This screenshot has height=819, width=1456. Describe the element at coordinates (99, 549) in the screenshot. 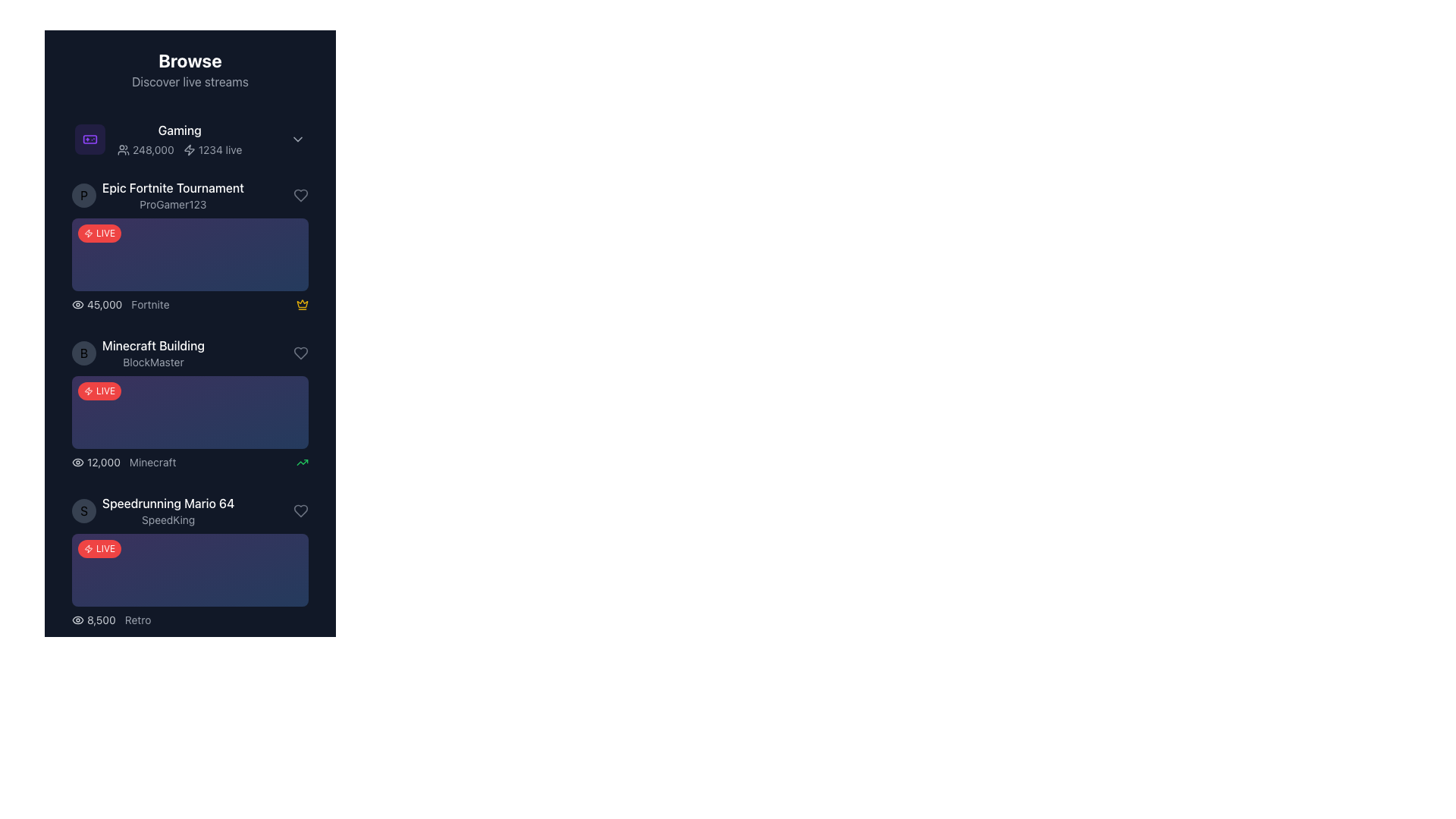

I see `the 'LIVE' badge, which is a red rounded rectangle with white uppercase text and a lightning bolt icon, located at the top-left corner of the card` at that location.